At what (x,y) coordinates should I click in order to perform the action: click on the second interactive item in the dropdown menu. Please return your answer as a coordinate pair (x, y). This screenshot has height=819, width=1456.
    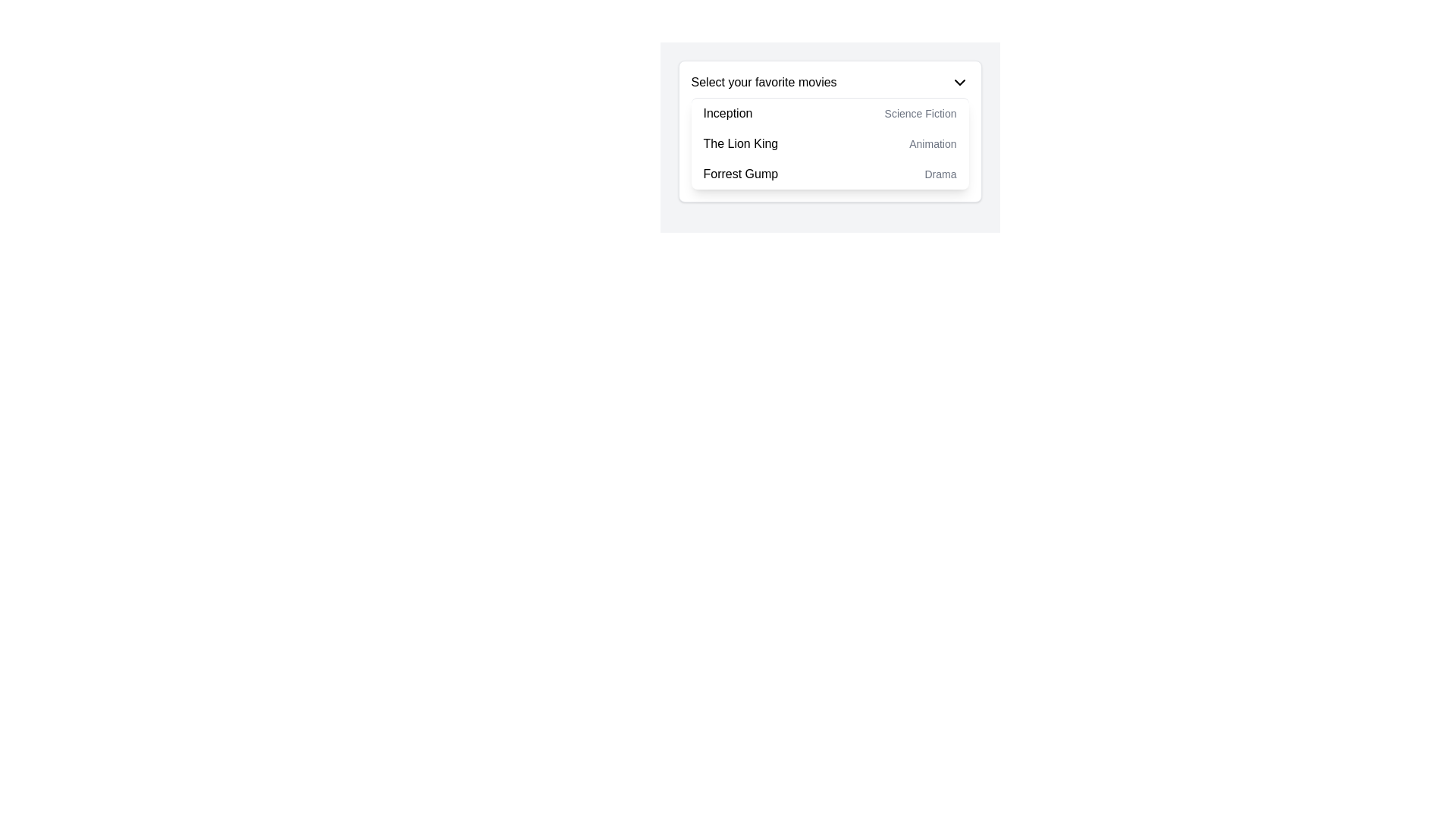
    Looking at the image, I should click on (829, 143).